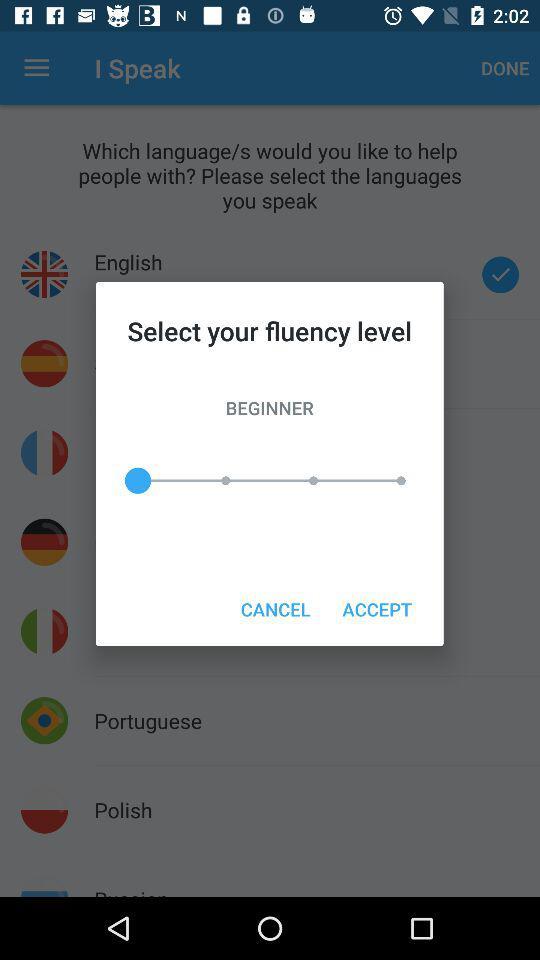 The image size is (540, 960). What do you see at coordinates (274, 608) in the screenshot?
I see `the item to the left of the accept` at bounding box center [274, 608].